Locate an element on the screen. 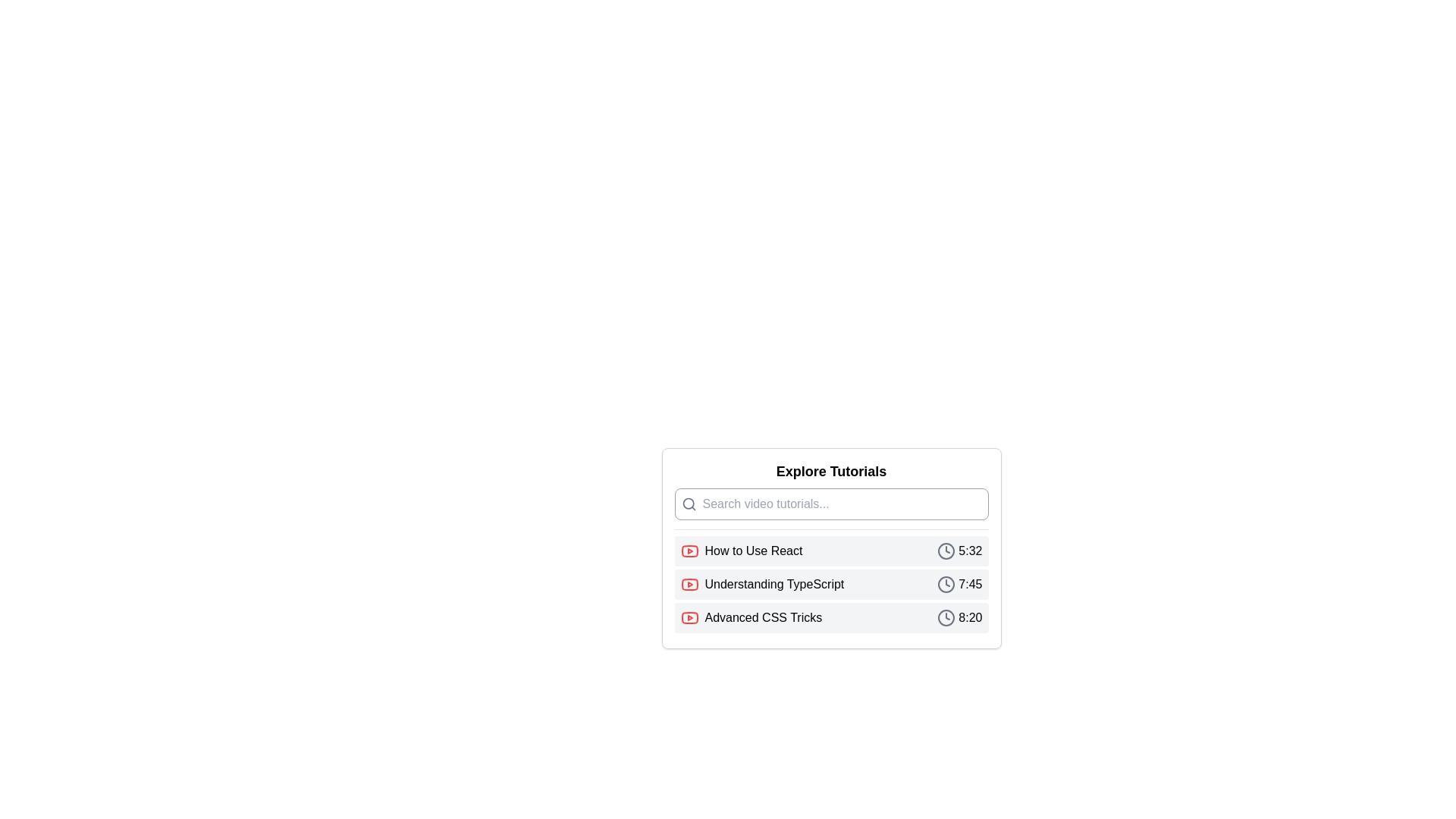  the YouTube video icon preceding the 'How to Use React' tutorial in the tutorial table is located at coordinates (689, 551).